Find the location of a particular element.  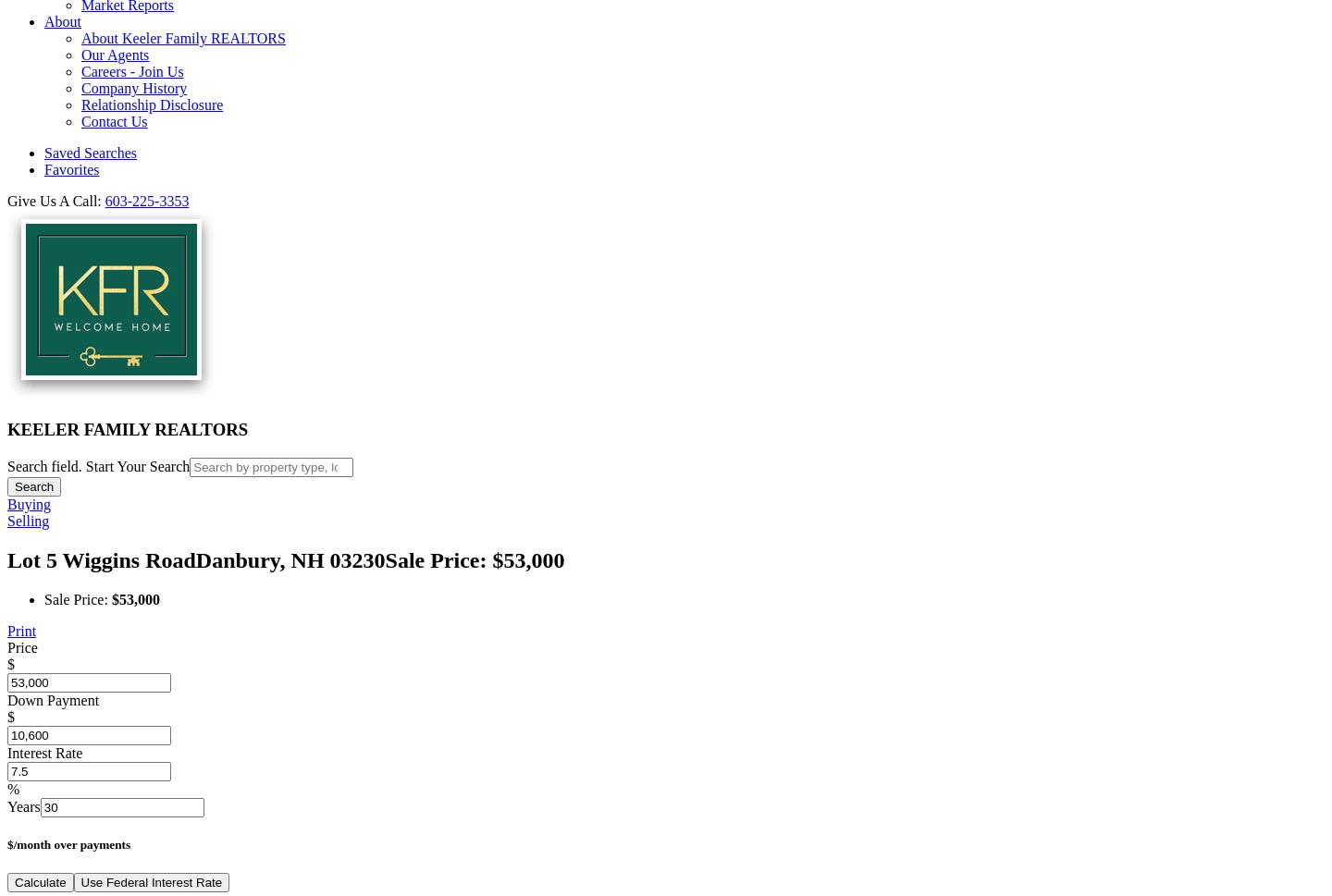

'$53,000' is located at coordinates (134, 598).